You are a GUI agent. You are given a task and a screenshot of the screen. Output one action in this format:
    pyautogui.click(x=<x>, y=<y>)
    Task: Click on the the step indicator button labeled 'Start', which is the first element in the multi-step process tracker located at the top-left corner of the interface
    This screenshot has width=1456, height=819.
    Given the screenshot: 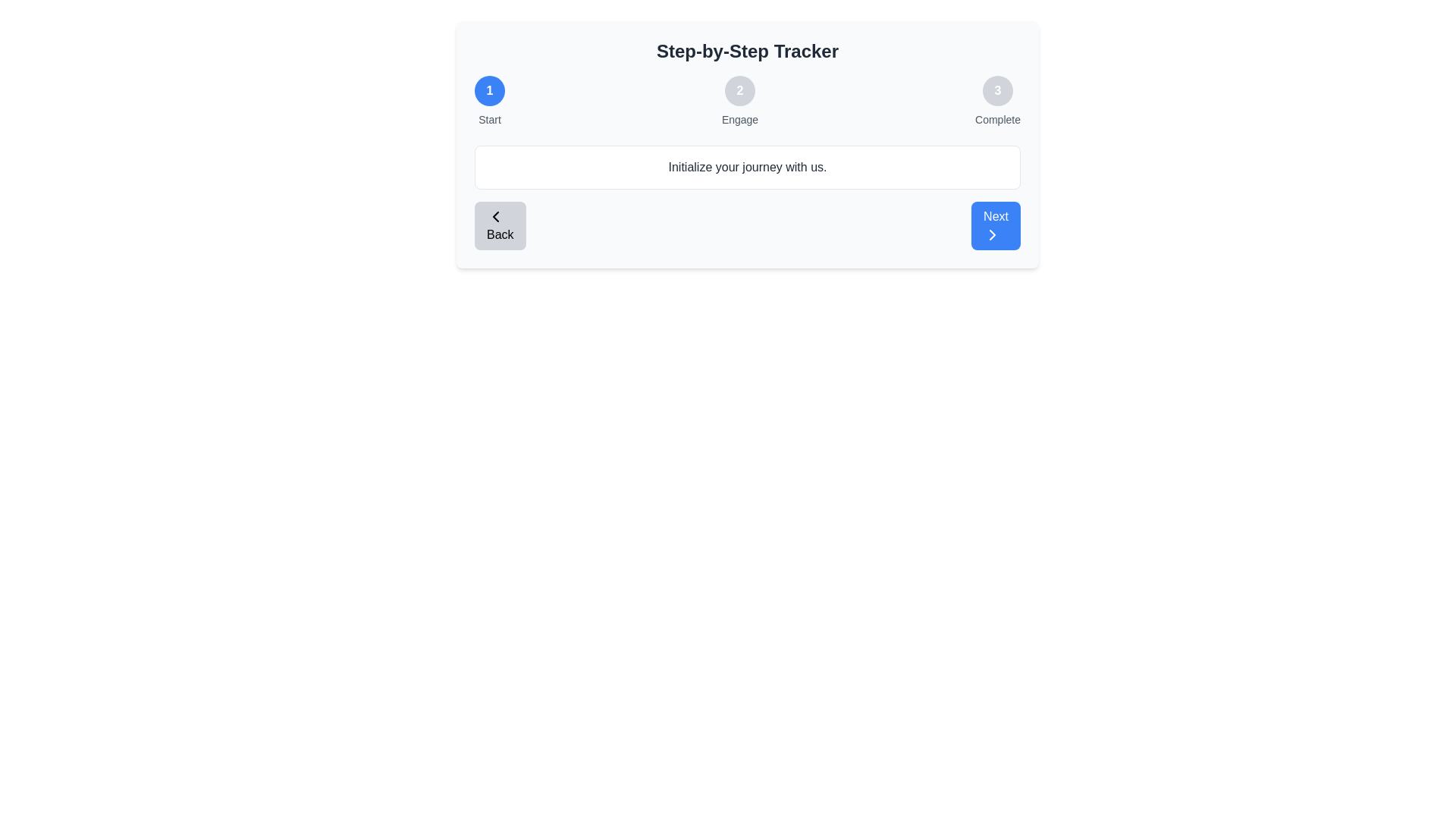 What is the action you would take?
    pyautogui.click(x=490, y=90)
    